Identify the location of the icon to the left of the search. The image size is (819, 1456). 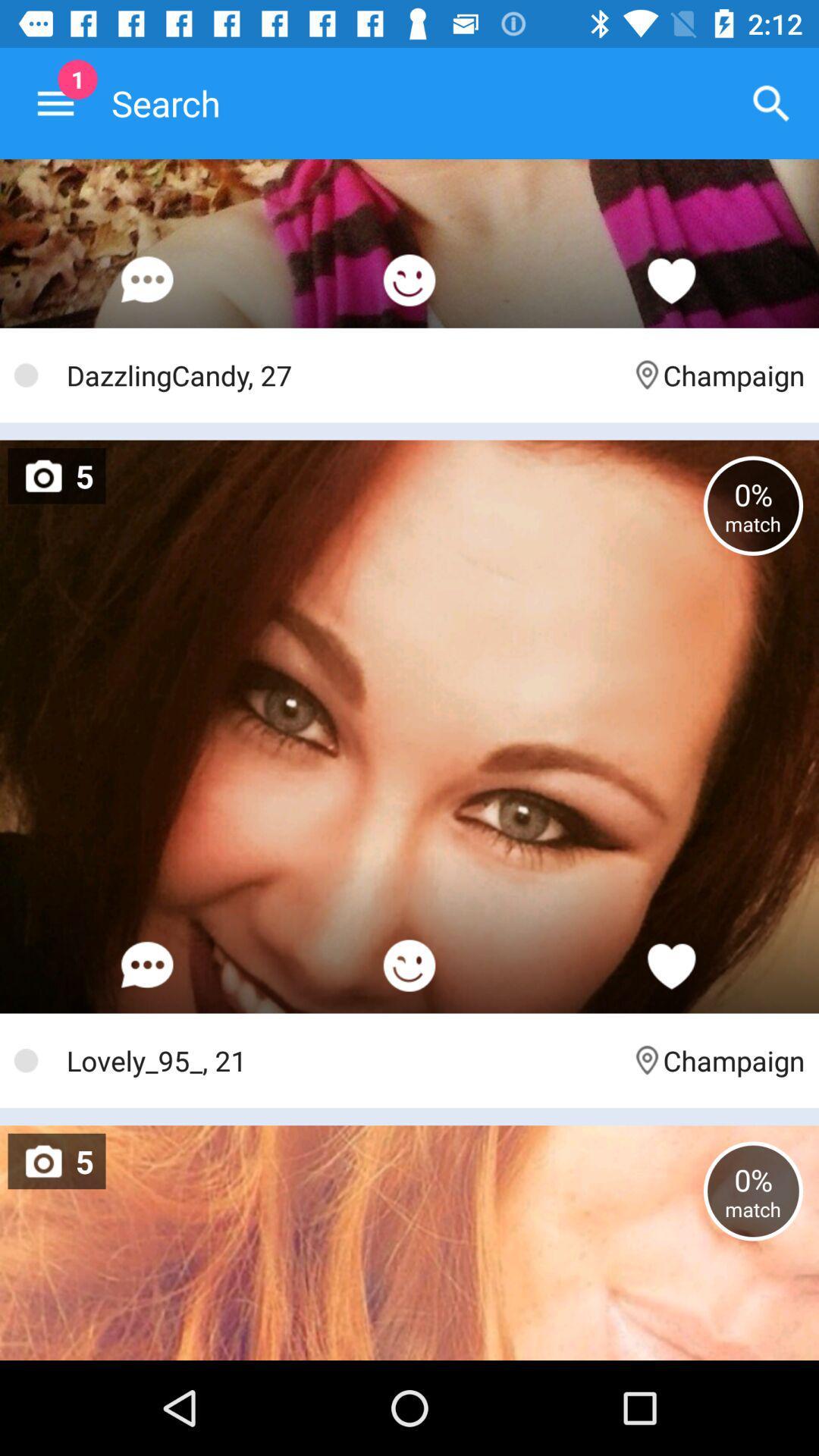
(55, 102).